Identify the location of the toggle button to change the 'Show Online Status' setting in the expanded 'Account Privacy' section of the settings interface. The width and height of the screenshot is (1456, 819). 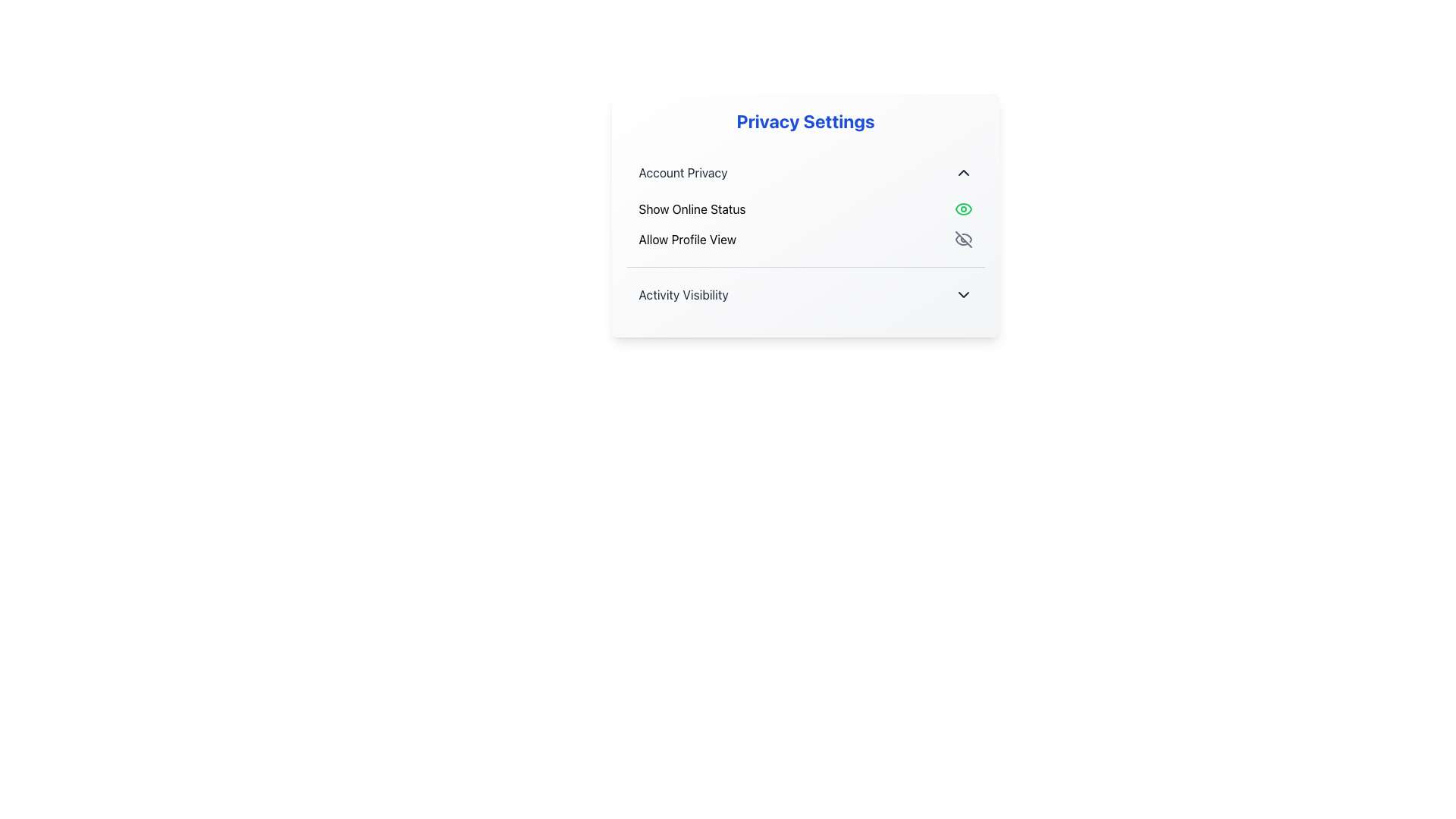
(805, 206).